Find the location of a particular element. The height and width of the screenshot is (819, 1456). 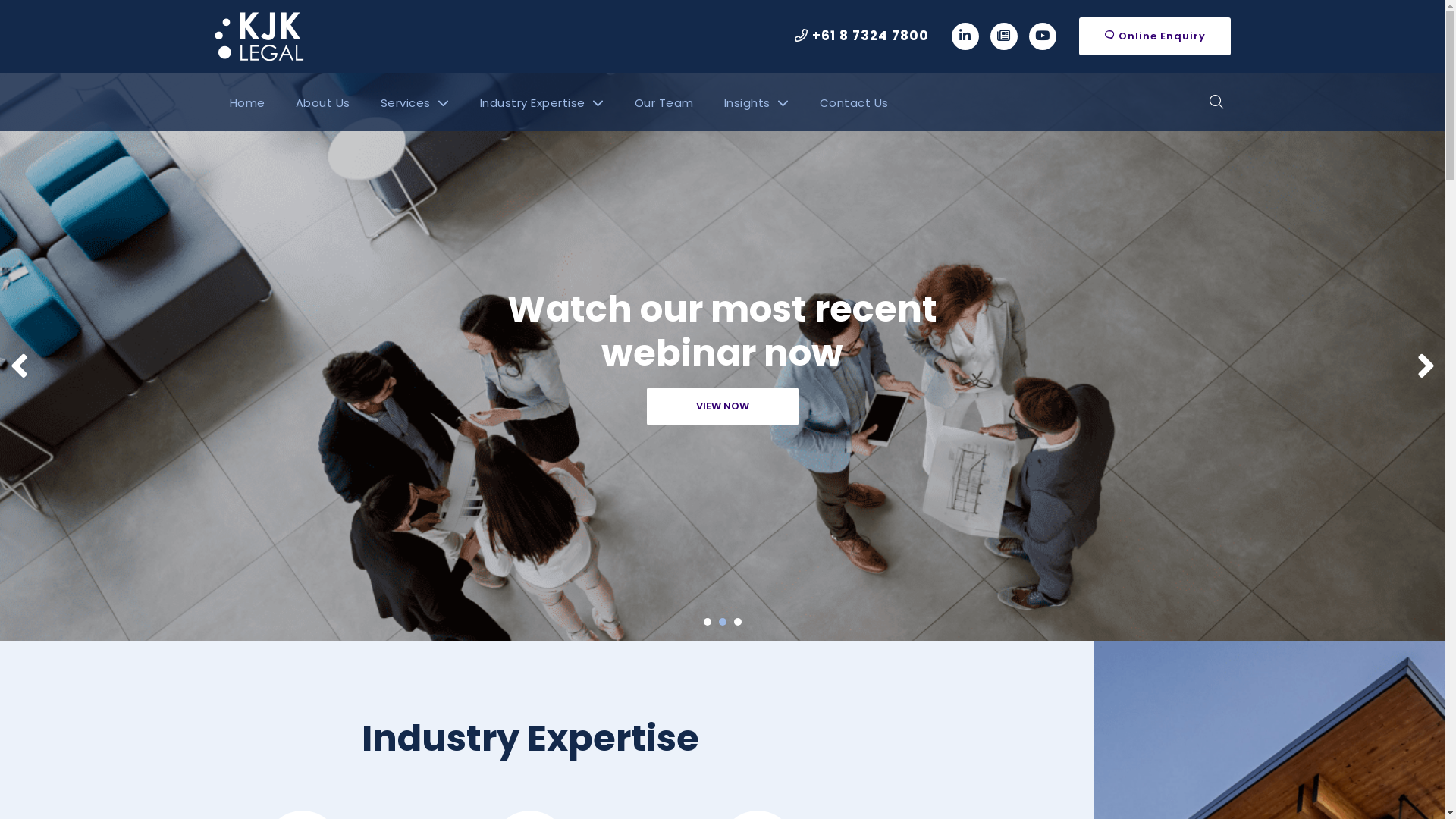

'Next' is located at coordinates (1425, 366).